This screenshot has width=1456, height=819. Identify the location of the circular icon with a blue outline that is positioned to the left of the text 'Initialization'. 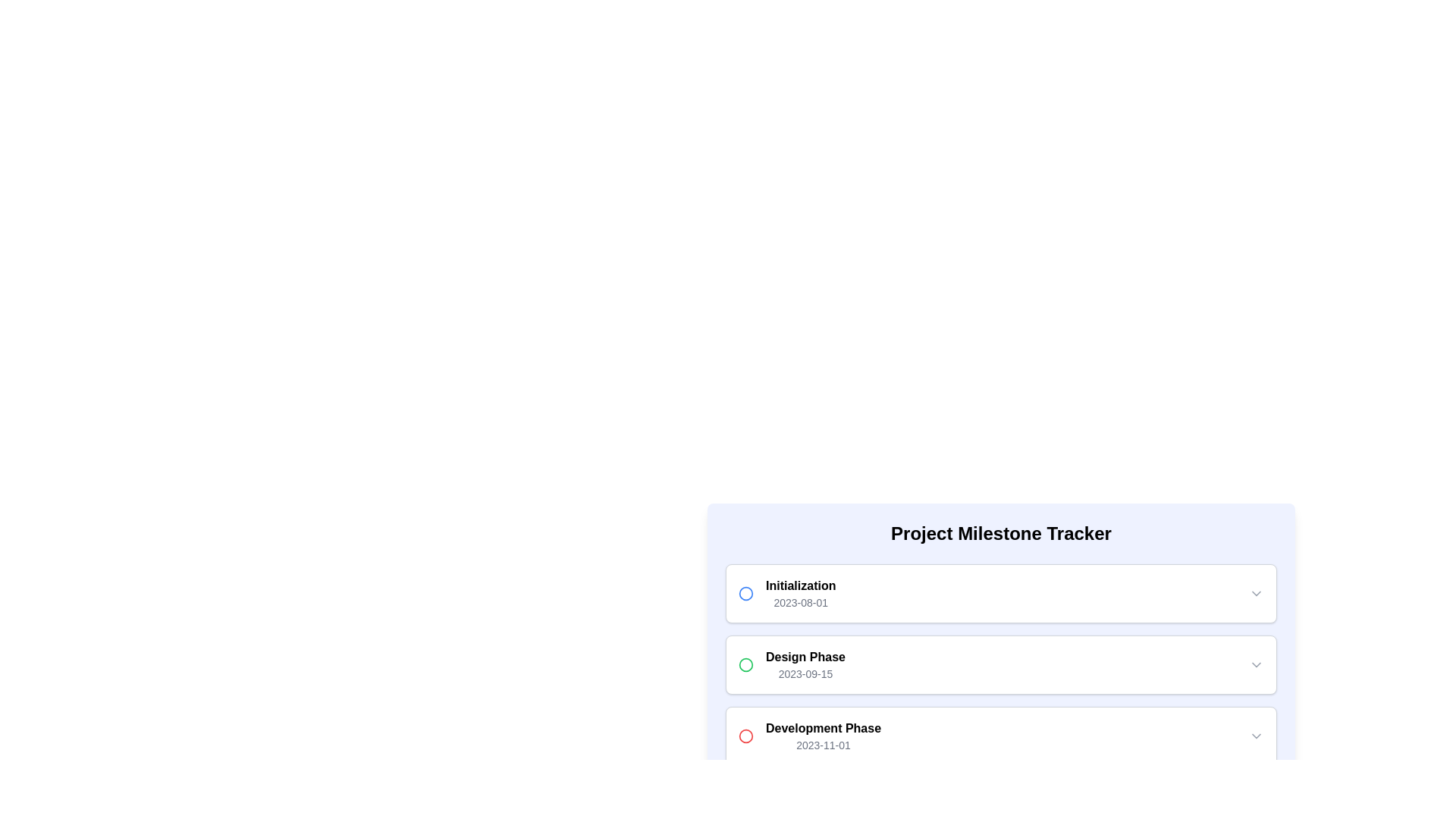
(745, 593).